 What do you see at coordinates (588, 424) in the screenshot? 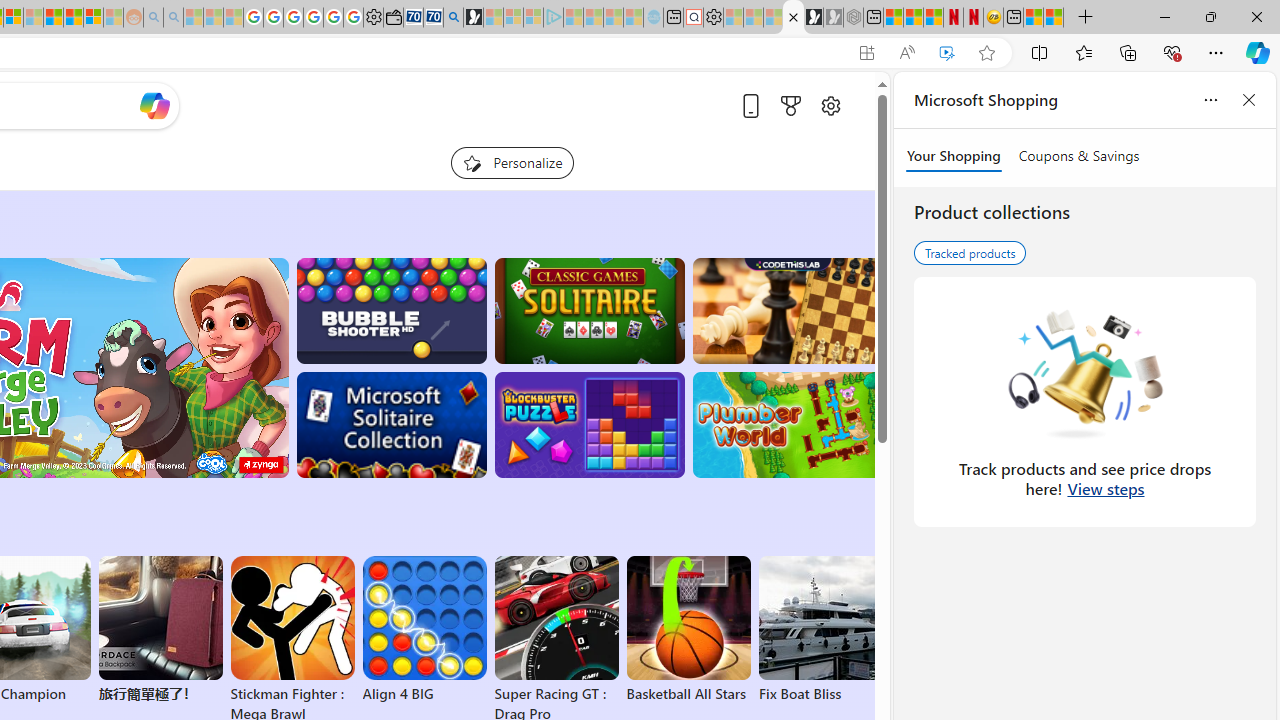
I see `'BlockBuster: Adventures Puzzle'` at bounding box center [588, 424].